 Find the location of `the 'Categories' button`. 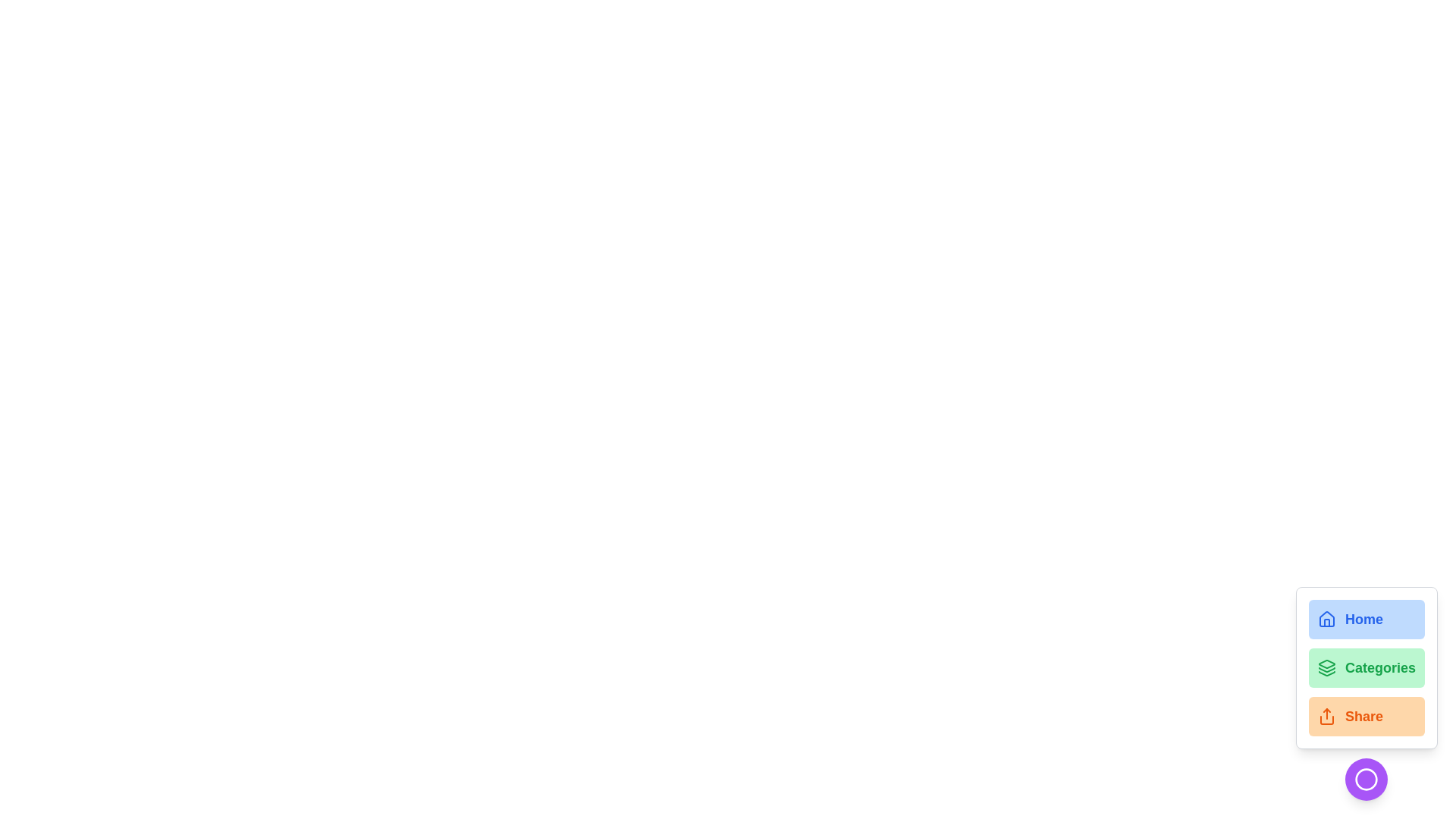

the 'Categories' button is located at coordinates (1366, 667).